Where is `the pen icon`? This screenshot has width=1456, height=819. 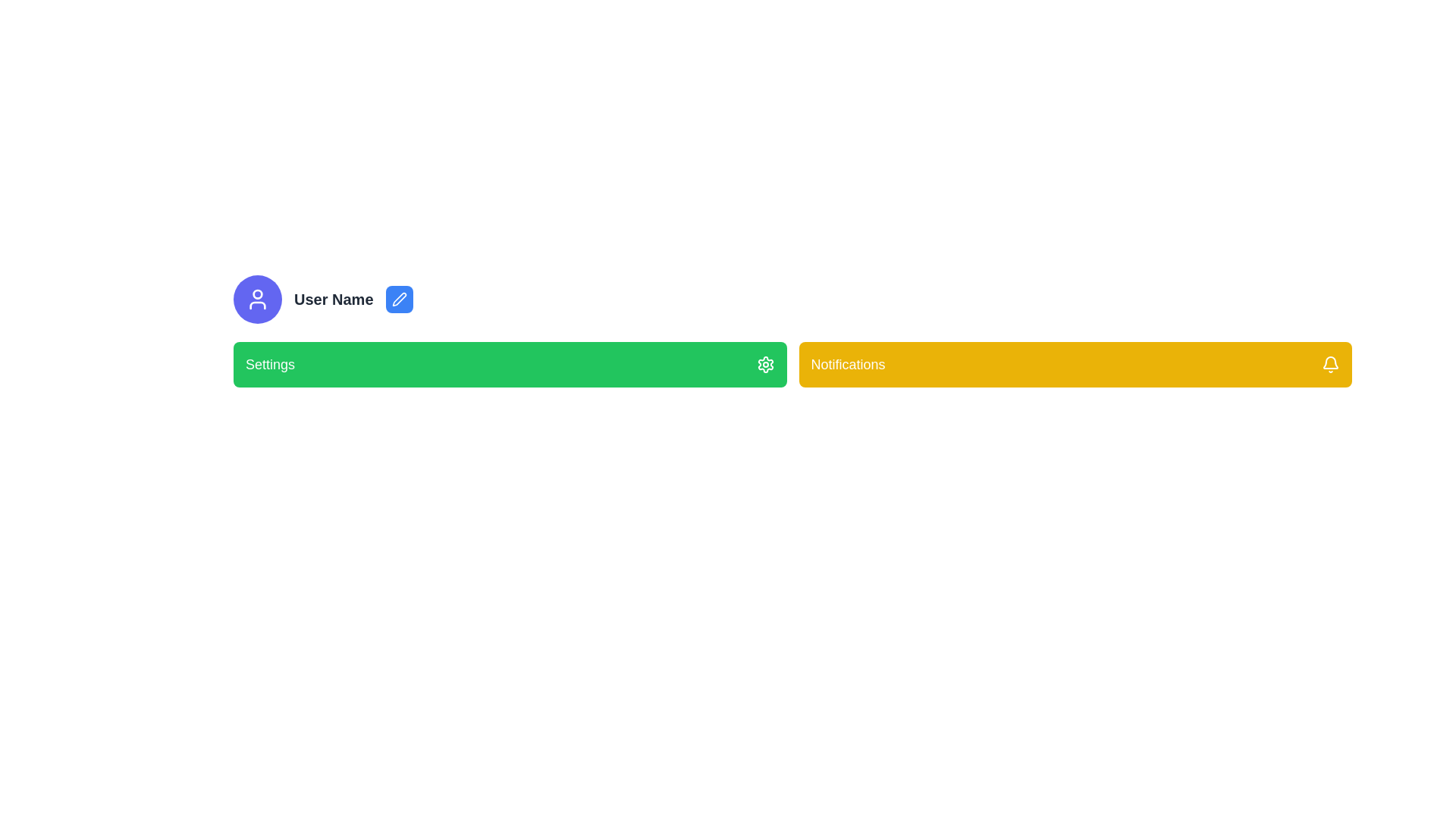
the pen icon is located at coordinates (399, 299).